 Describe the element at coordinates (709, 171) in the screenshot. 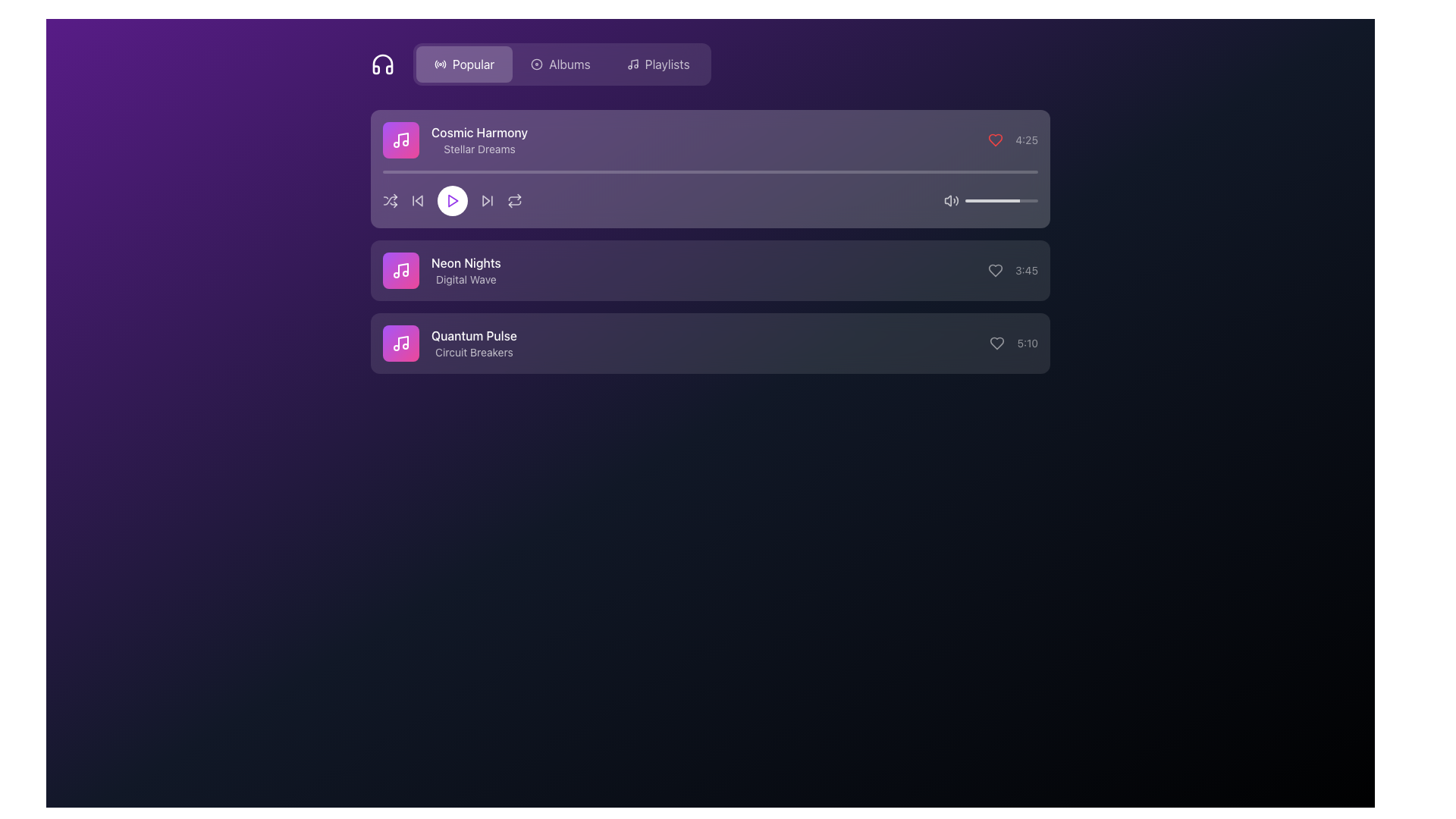

I see `the thin horizontal progress bar with a white background and rounded edges, located below the 'Cosmic Harmony' song title and above the track controls` at that location.